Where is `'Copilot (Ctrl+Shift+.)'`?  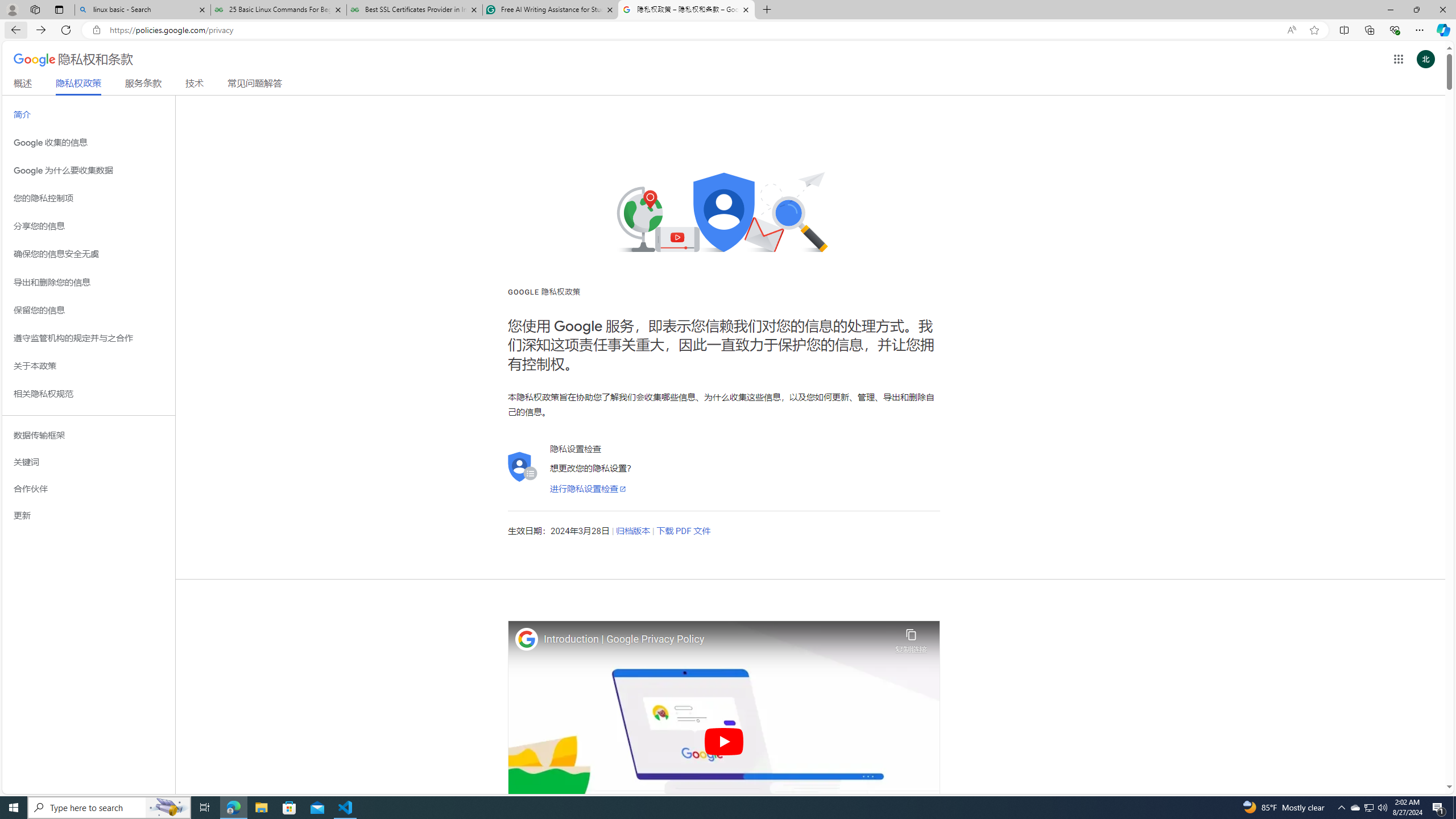
'Copilot (Ctrl+Shift+.)' is located at coordinates (1442, 29).